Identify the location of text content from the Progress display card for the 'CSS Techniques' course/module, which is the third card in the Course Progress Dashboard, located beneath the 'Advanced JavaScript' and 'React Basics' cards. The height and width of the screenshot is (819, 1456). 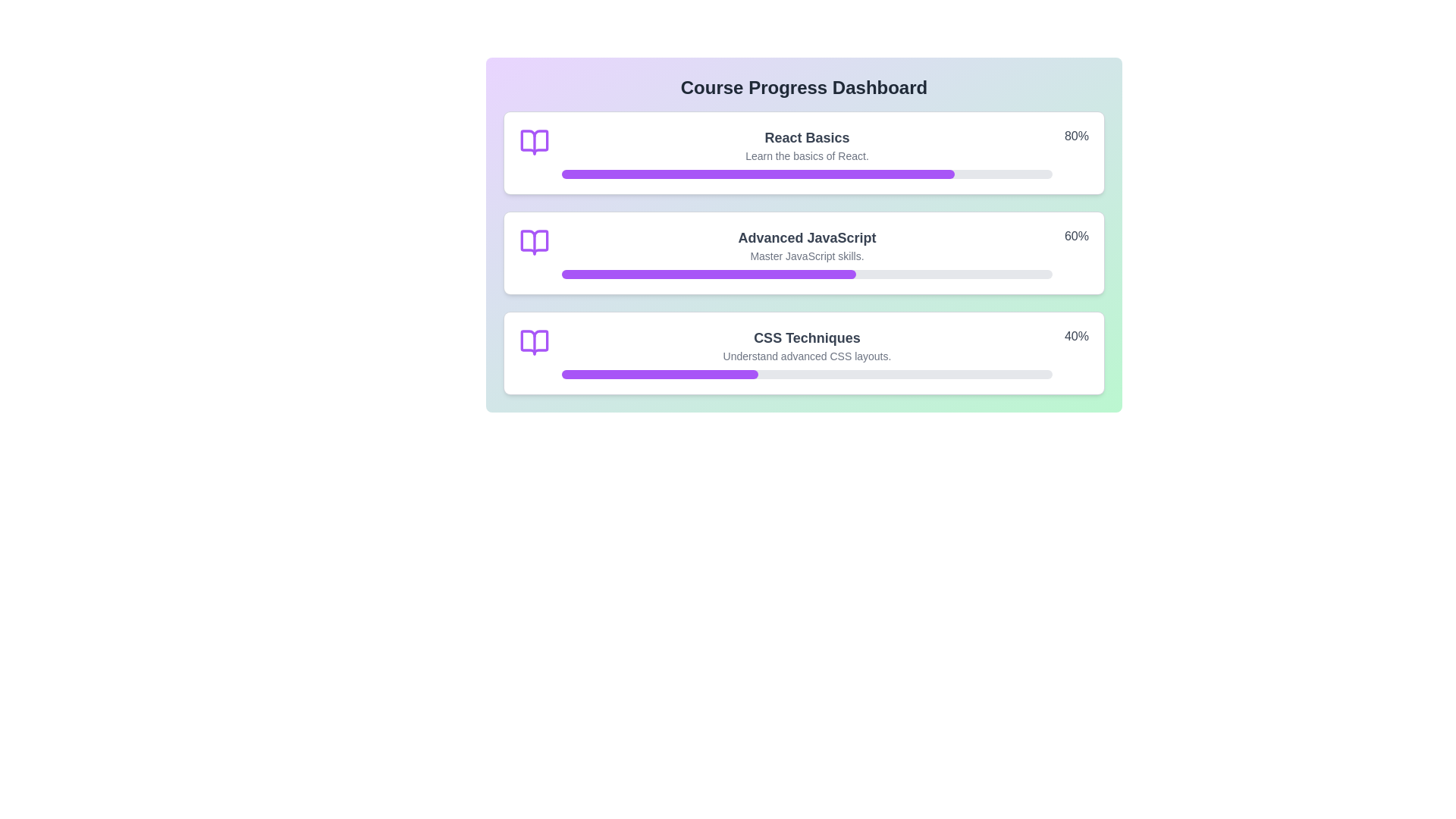
(803, 353).